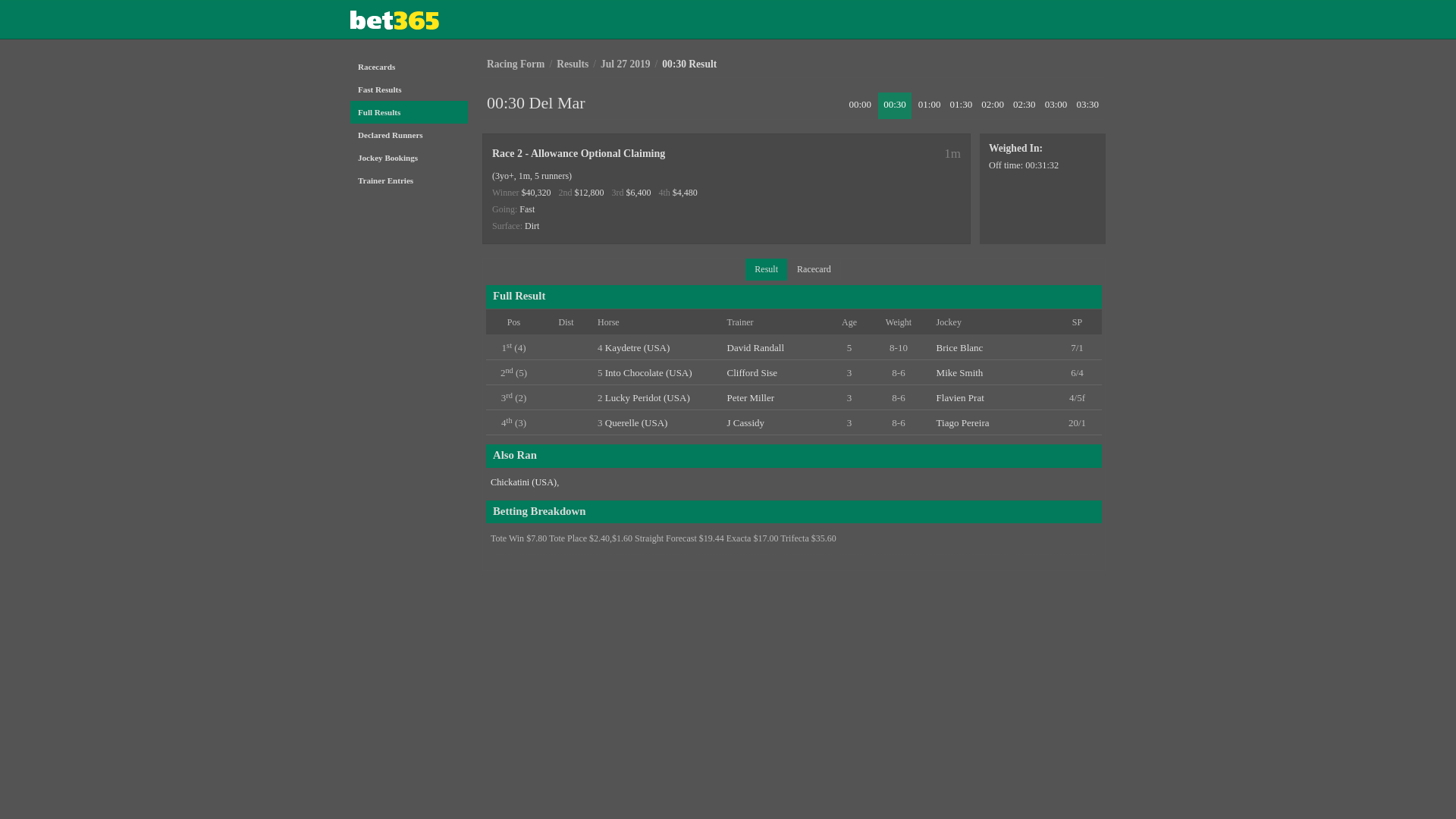 The width and height of the screenshot is (1456, 819). I want to click on 'Brice Blanc', so click(959, 347).